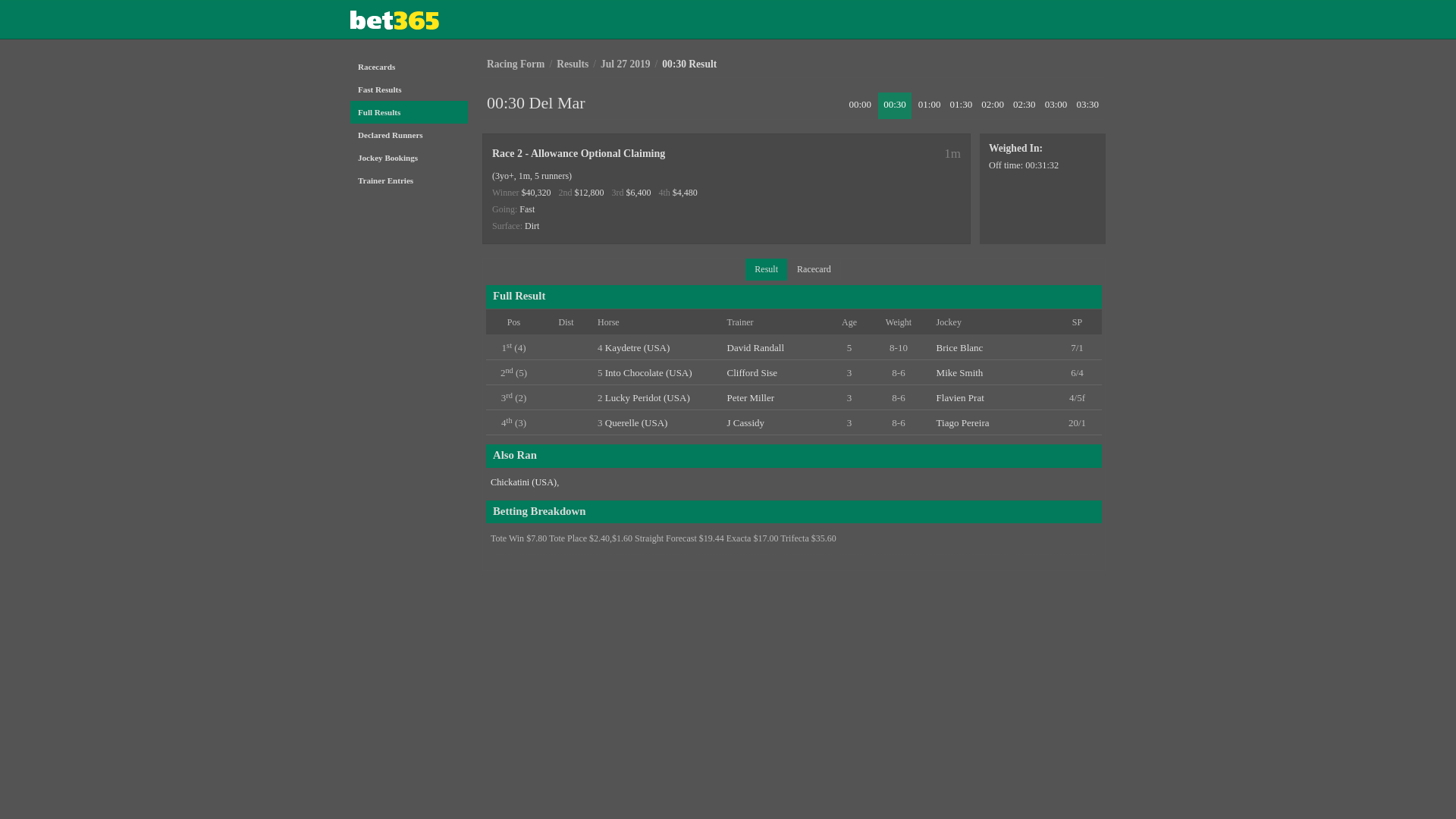 The width and height of the screenshot is (1456, 819). I want to click on 'Brice Blanc', so click(959, 347).